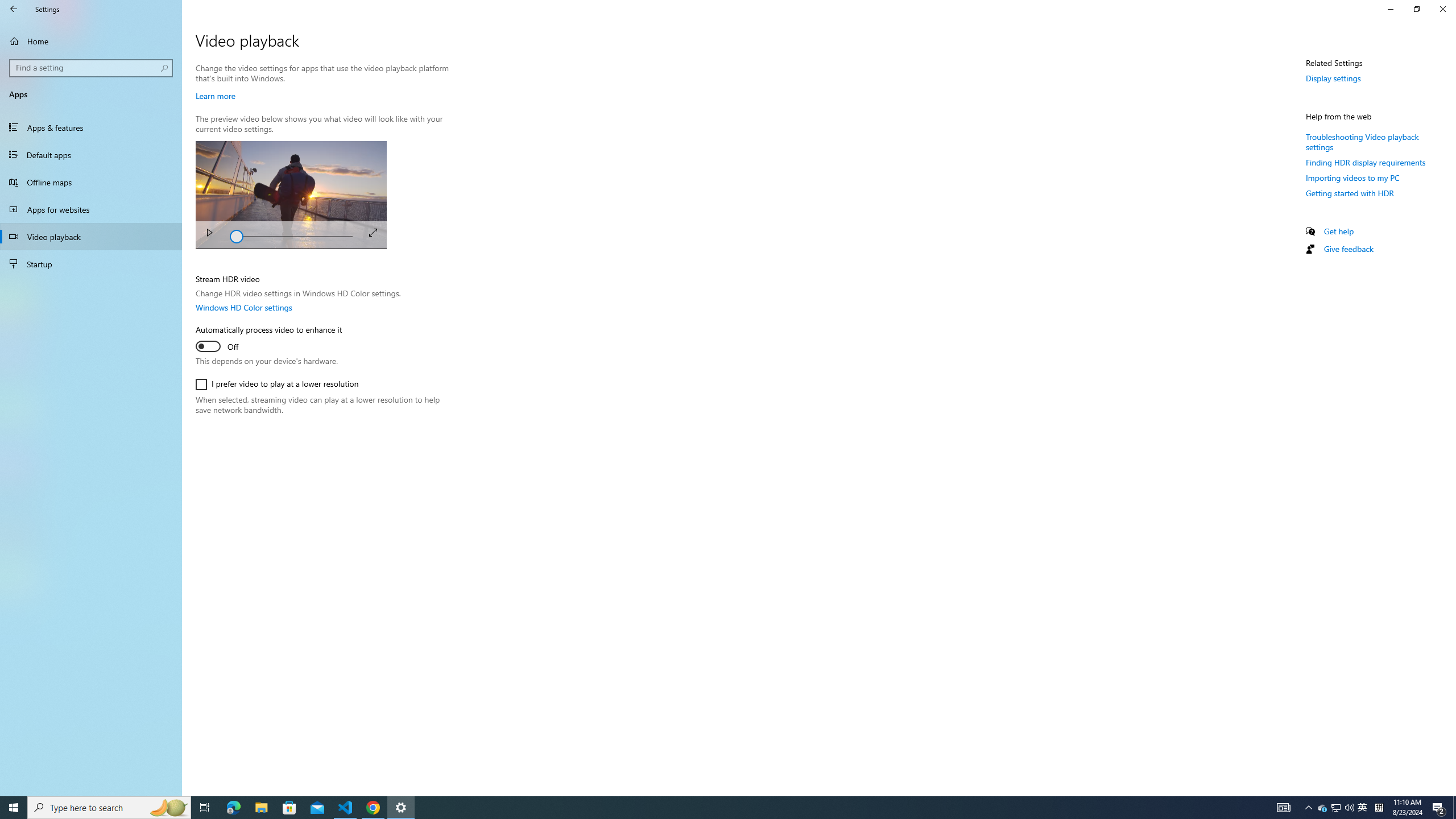 The height and width of the screenshot is (819, 1456). I want to click on 'Finding HDR display requirements', so click(1366, 162).